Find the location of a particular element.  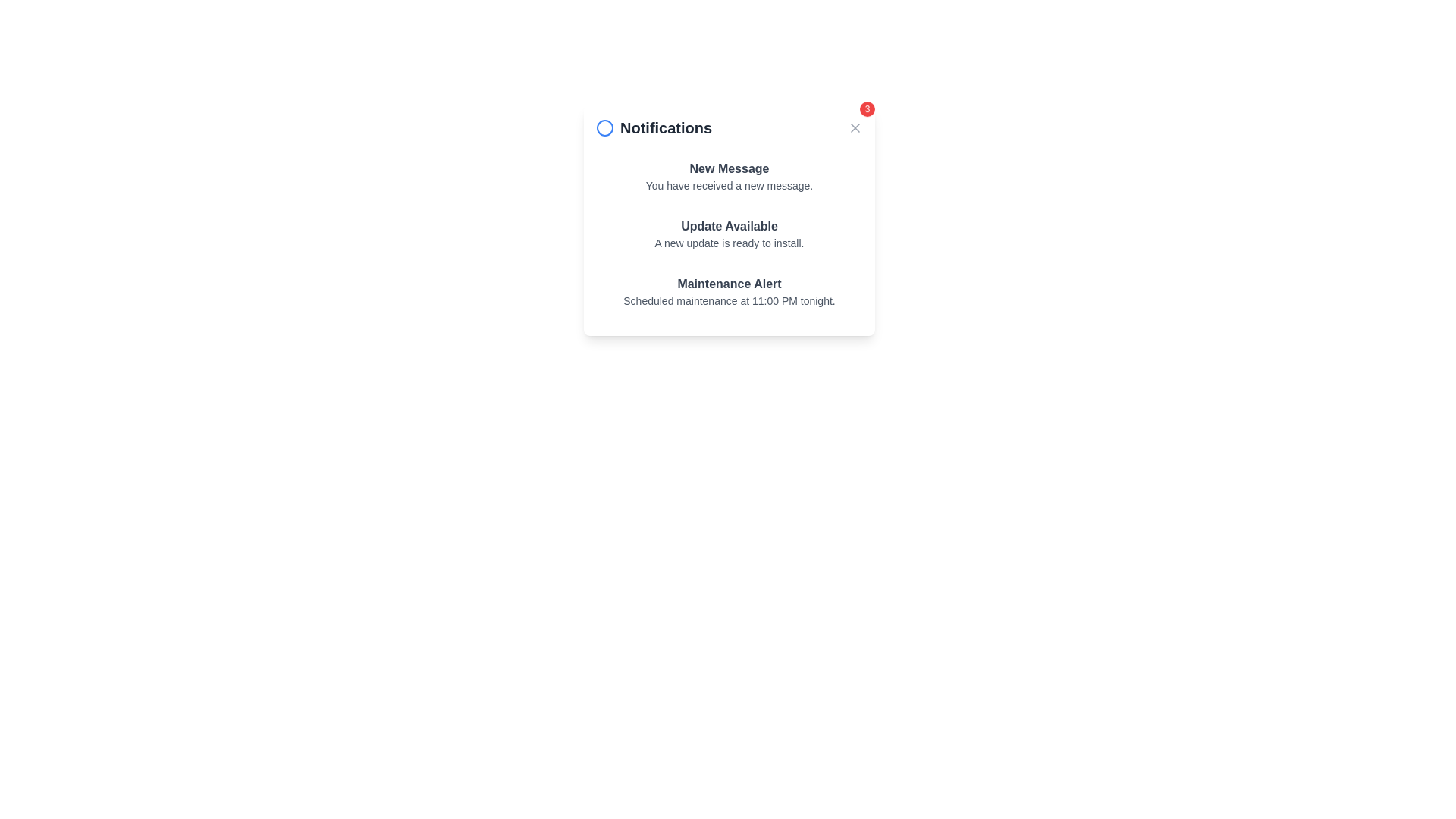

the small 'X' interactive icon in the top-right corner of the notification card is located at coordinates (855, 127).